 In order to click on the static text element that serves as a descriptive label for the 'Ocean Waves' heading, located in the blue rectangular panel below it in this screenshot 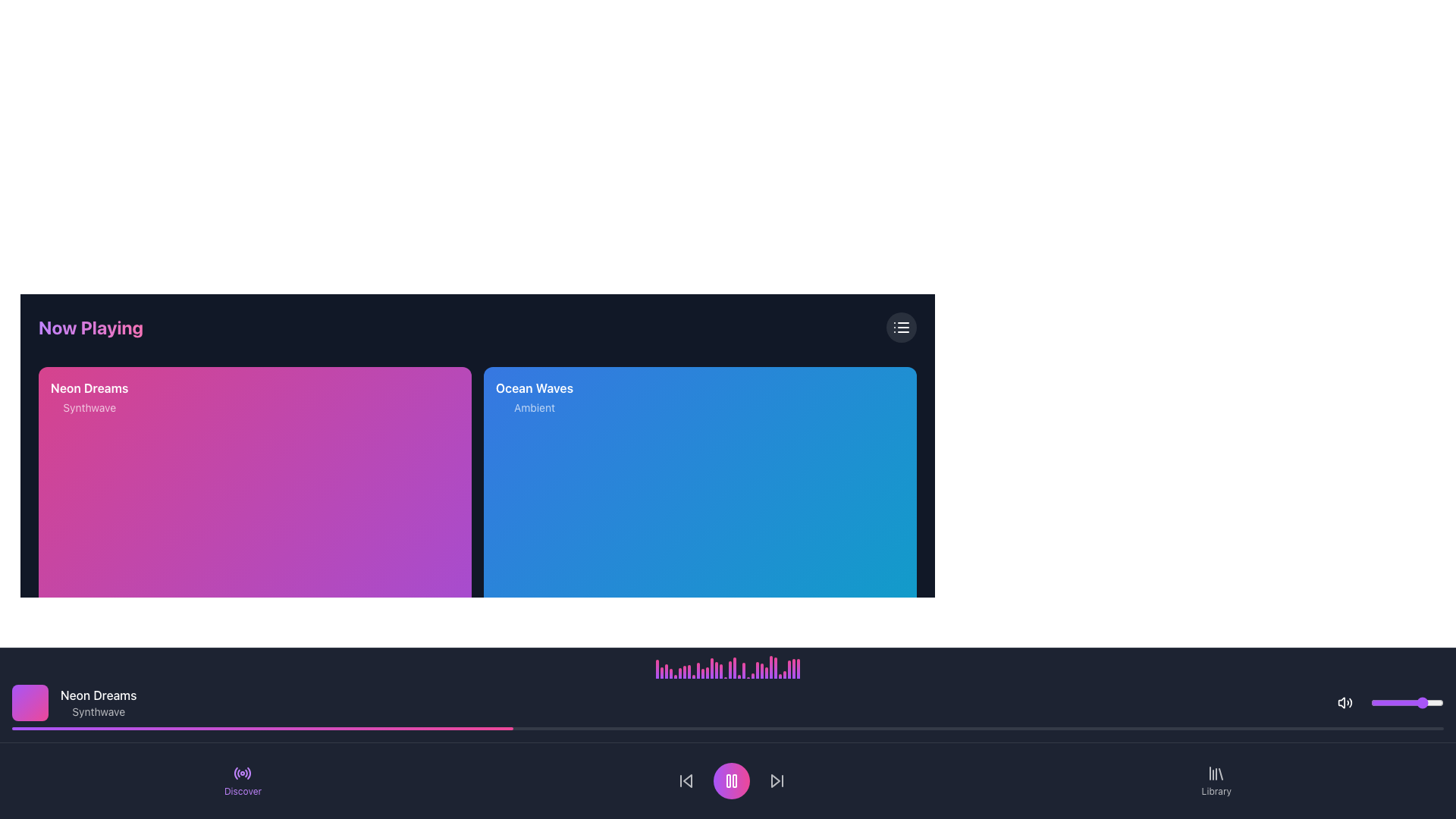, I will do `click(535, 406)`.